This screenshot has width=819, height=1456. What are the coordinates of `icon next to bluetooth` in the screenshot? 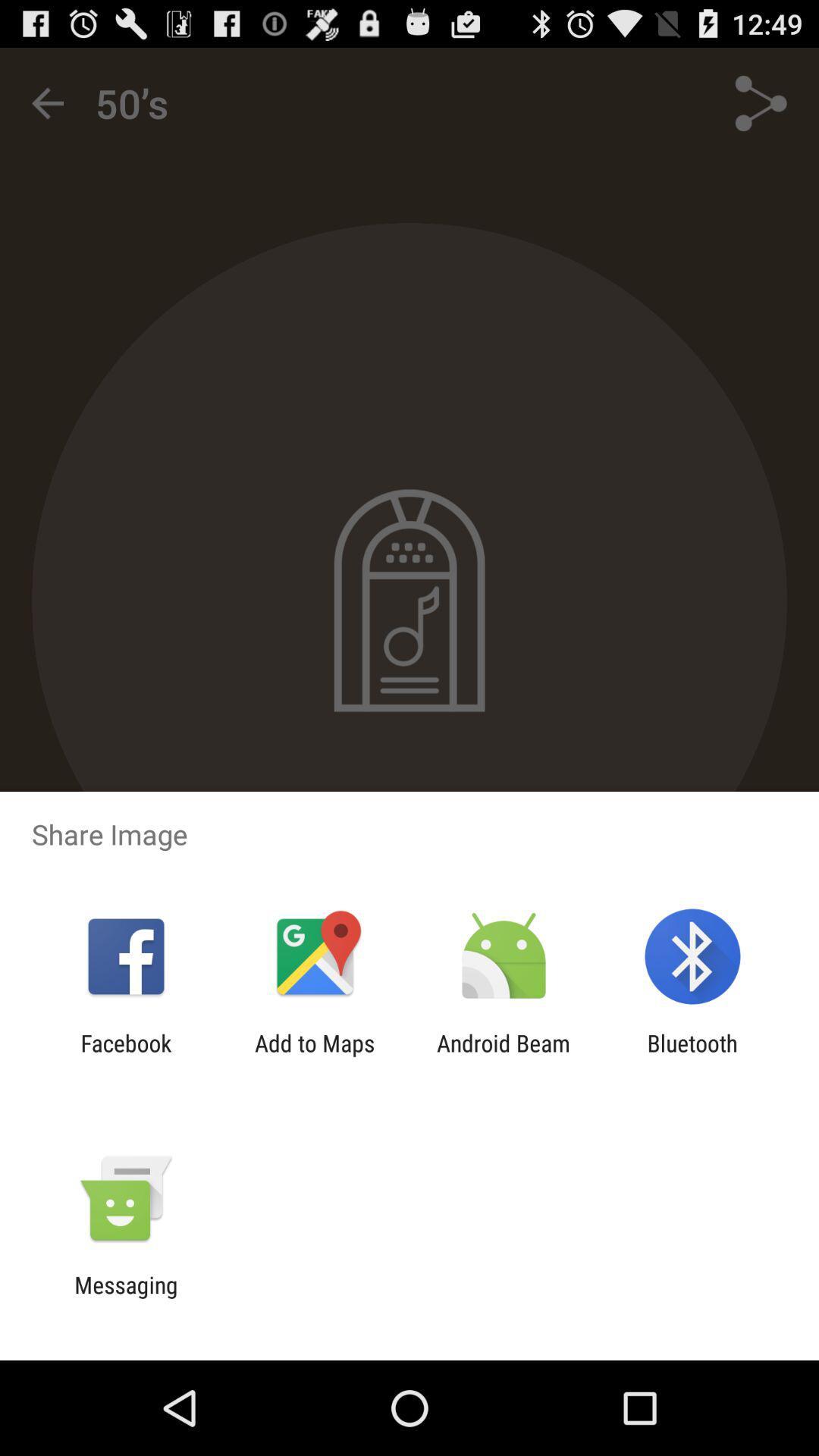 It's located at (504, 1056).